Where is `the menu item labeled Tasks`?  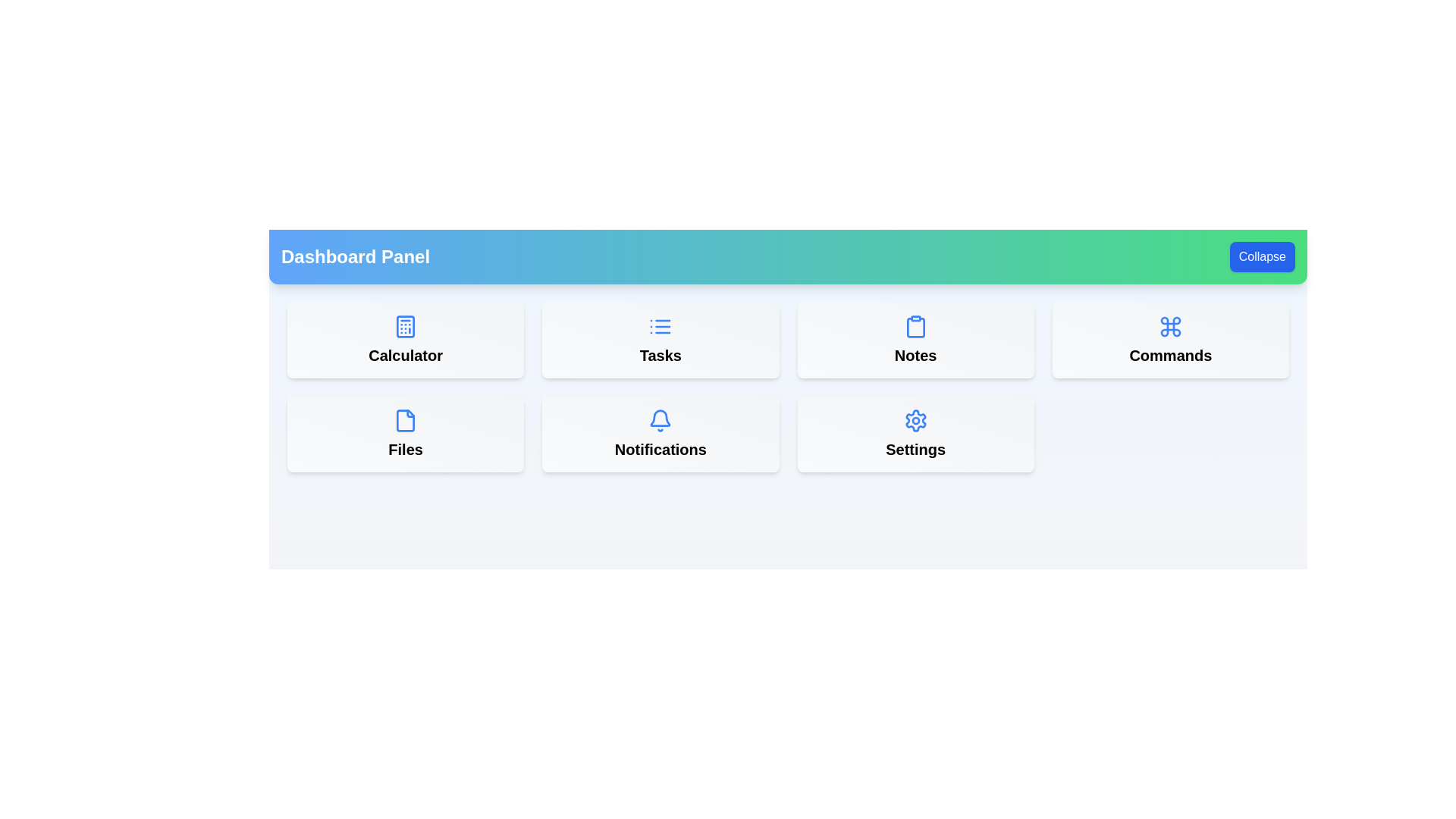
the menu item labeled Tasks is located at coordinates (661, 339).